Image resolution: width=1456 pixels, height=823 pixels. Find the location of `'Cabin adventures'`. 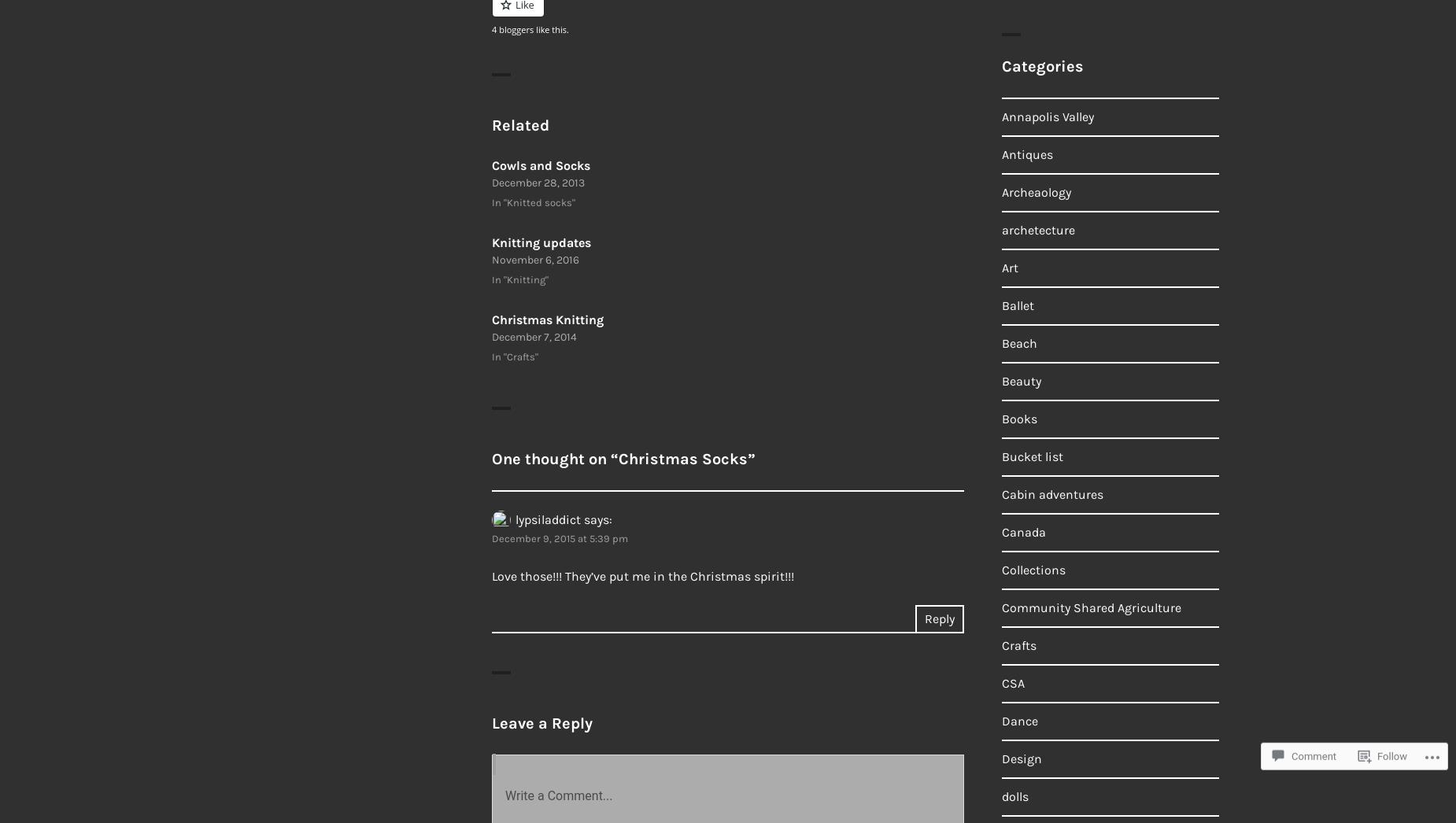

'Cabin adventures' is located at coordinates (1051, 493).